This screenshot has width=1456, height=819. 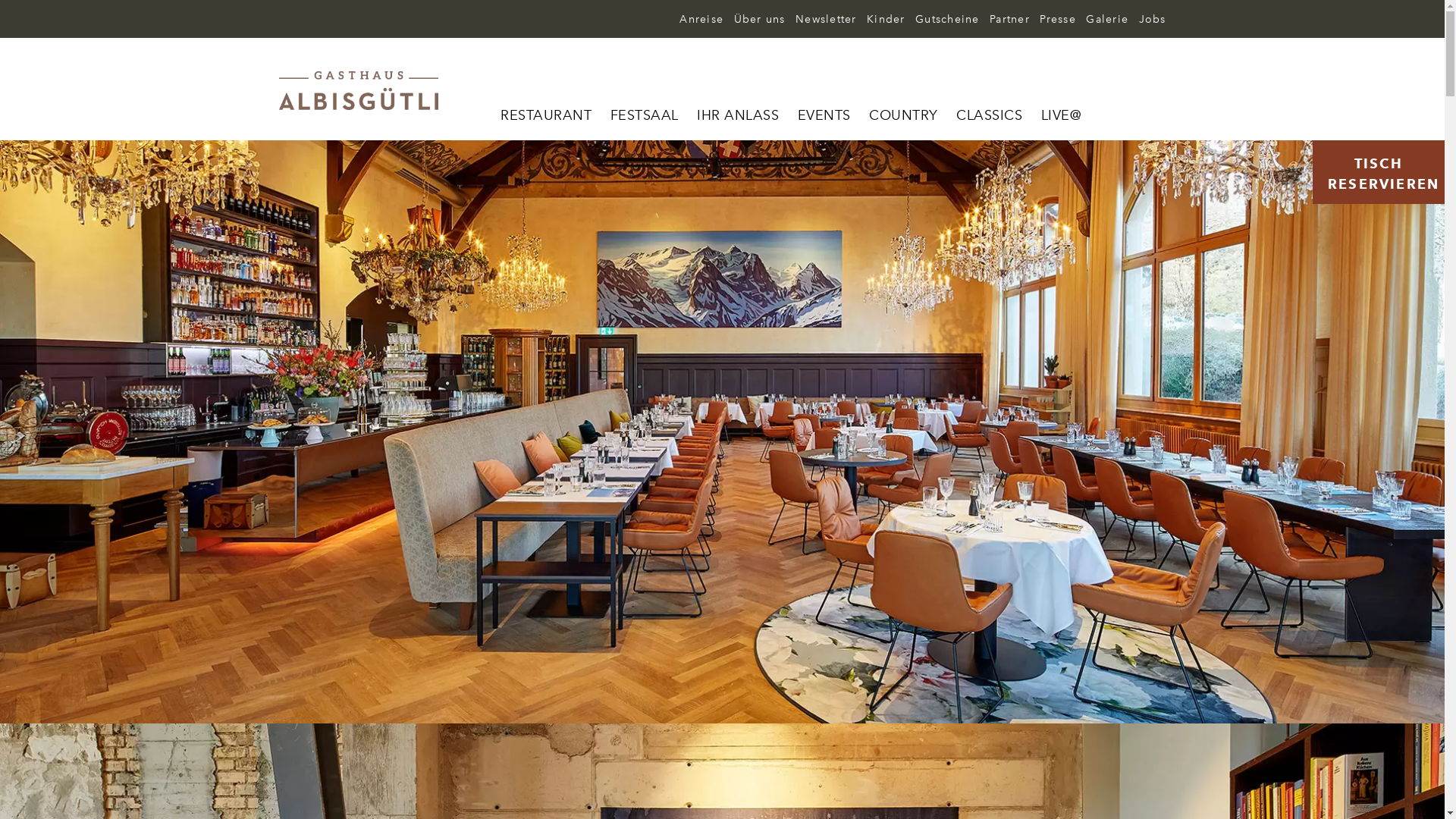 I want to click on 'IHR ANLASS', so click(x=738, y=116).